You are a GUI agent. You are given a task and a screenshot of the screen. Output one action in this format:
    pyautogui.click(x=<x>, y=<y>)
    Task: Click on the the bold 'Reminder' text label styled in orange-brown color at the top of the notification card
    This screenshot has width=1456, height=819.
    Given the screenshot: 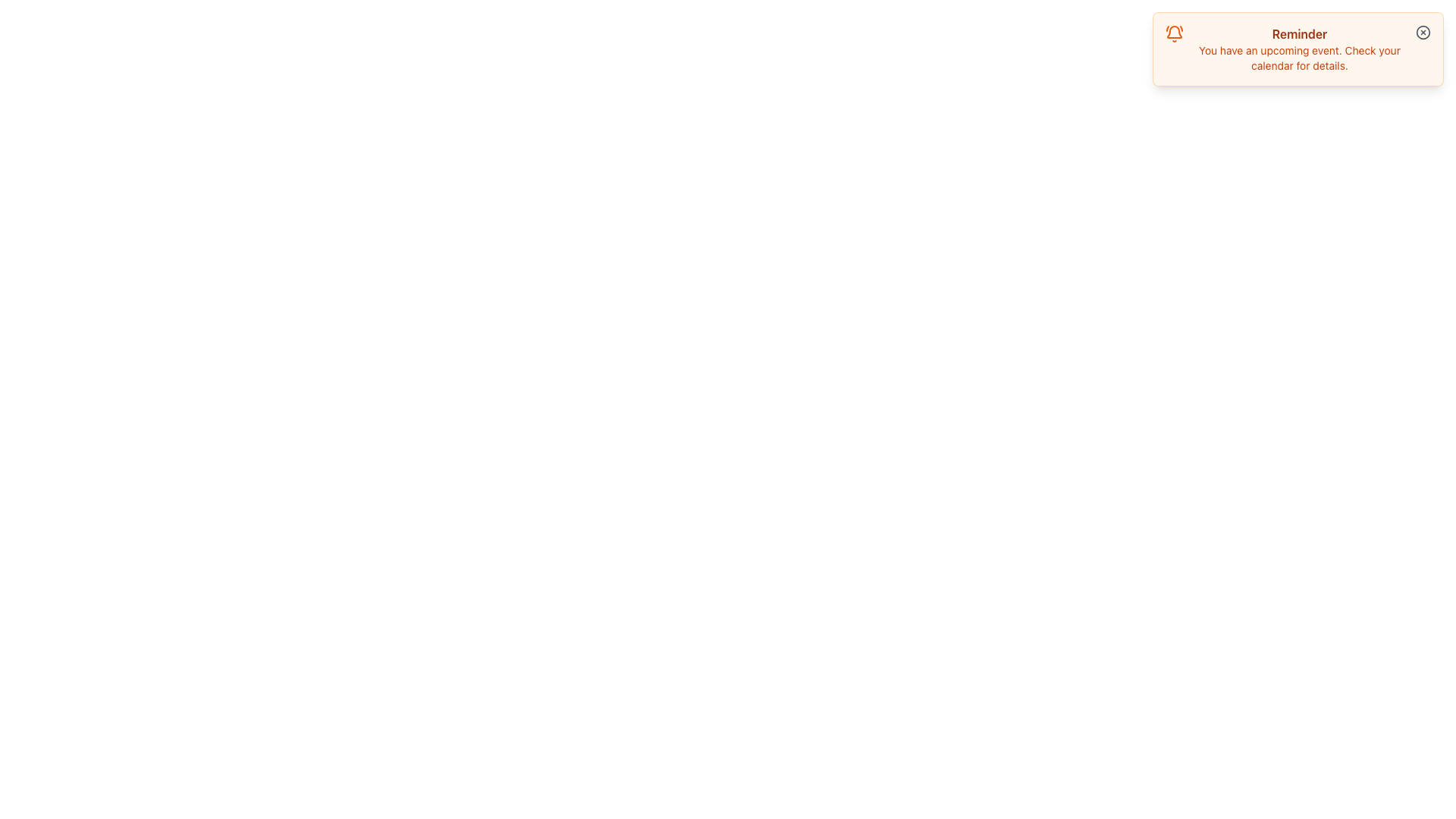 What is the action you would take?
    pyautogui.click(x=1298, y=34)
    